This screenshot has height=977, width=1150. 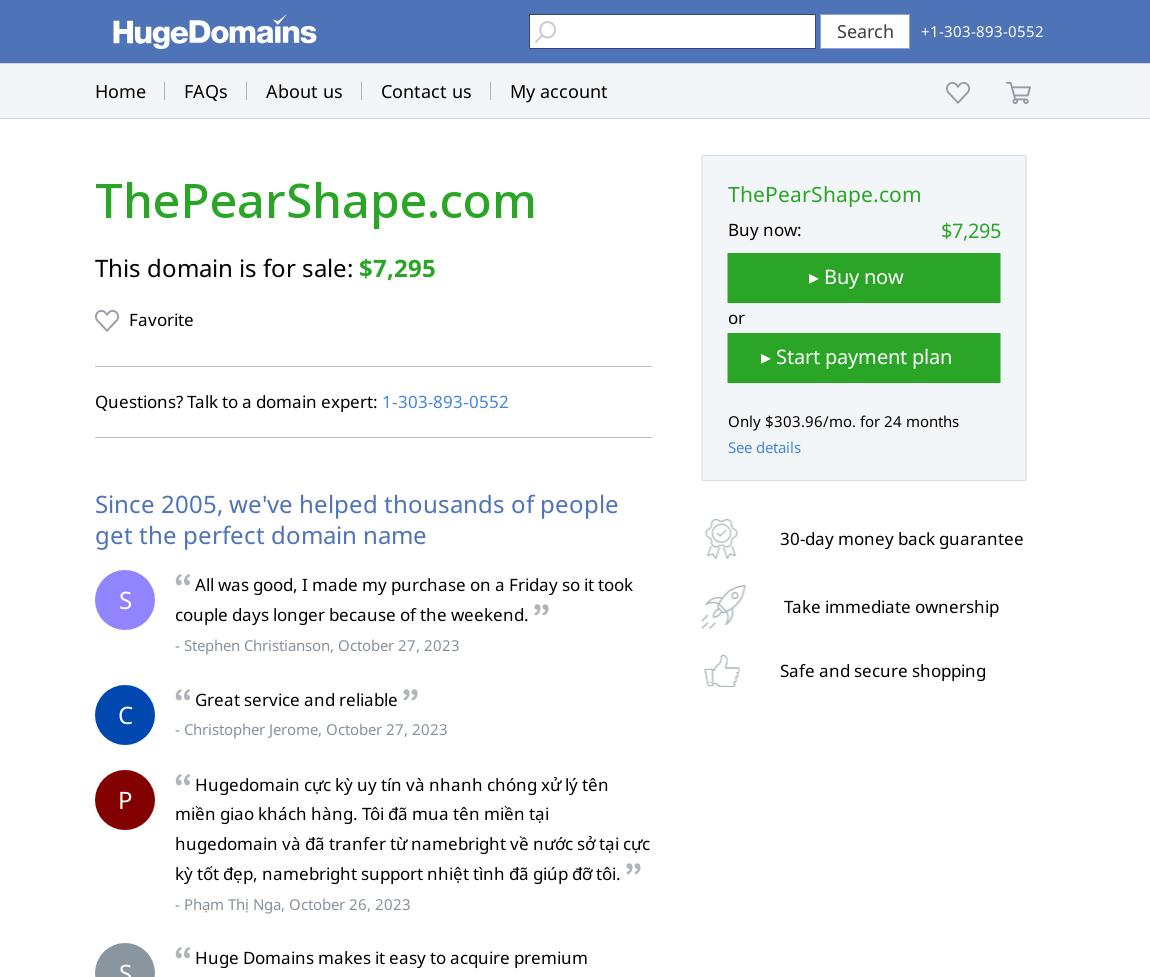 I want to click on 'Contact us', so click(x=426, y=90).